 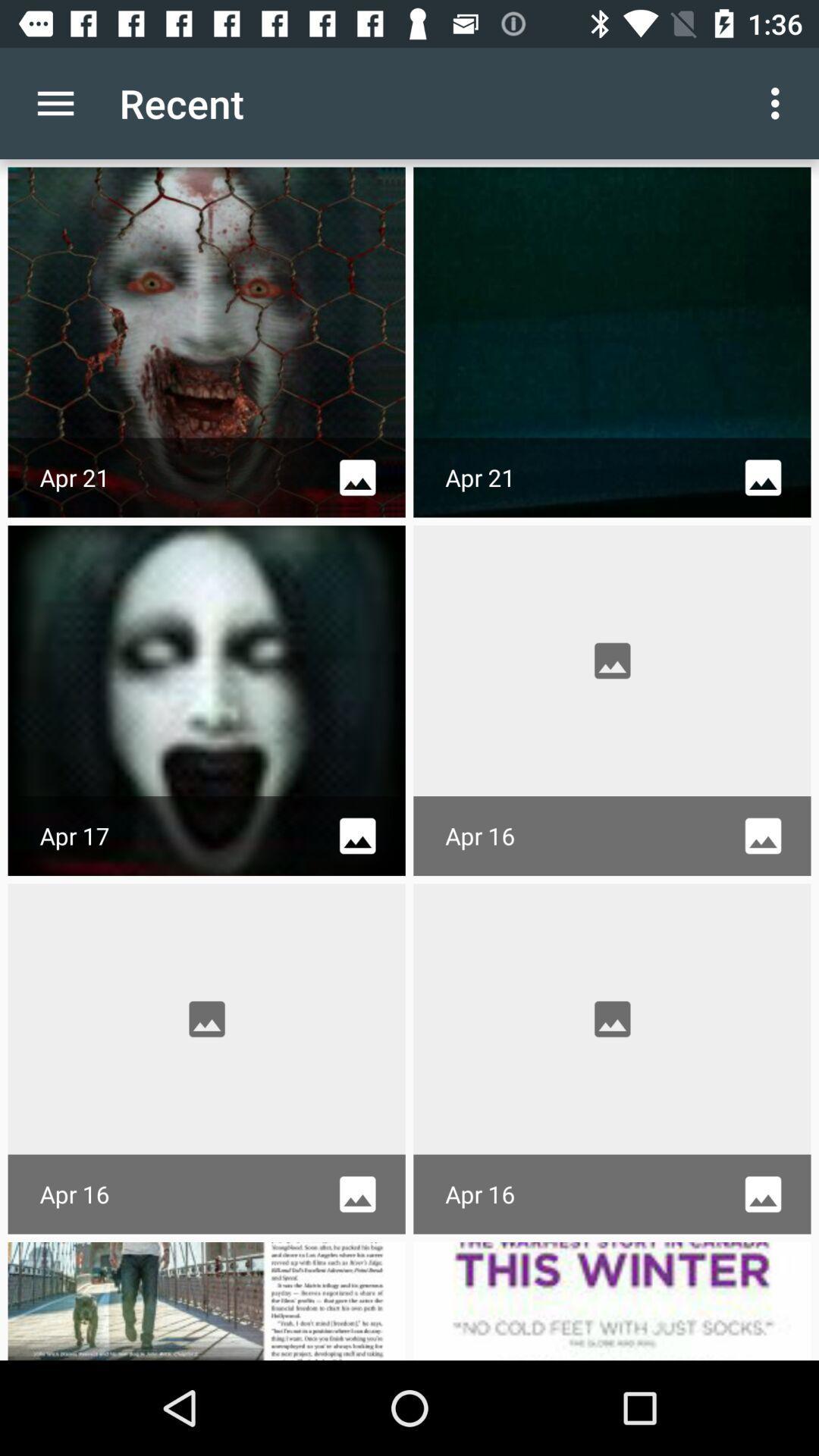 What do you see at coordinates (207, 1300) in the screenshot?
I see `the image below april 16` at bounding box center [207, 1300].